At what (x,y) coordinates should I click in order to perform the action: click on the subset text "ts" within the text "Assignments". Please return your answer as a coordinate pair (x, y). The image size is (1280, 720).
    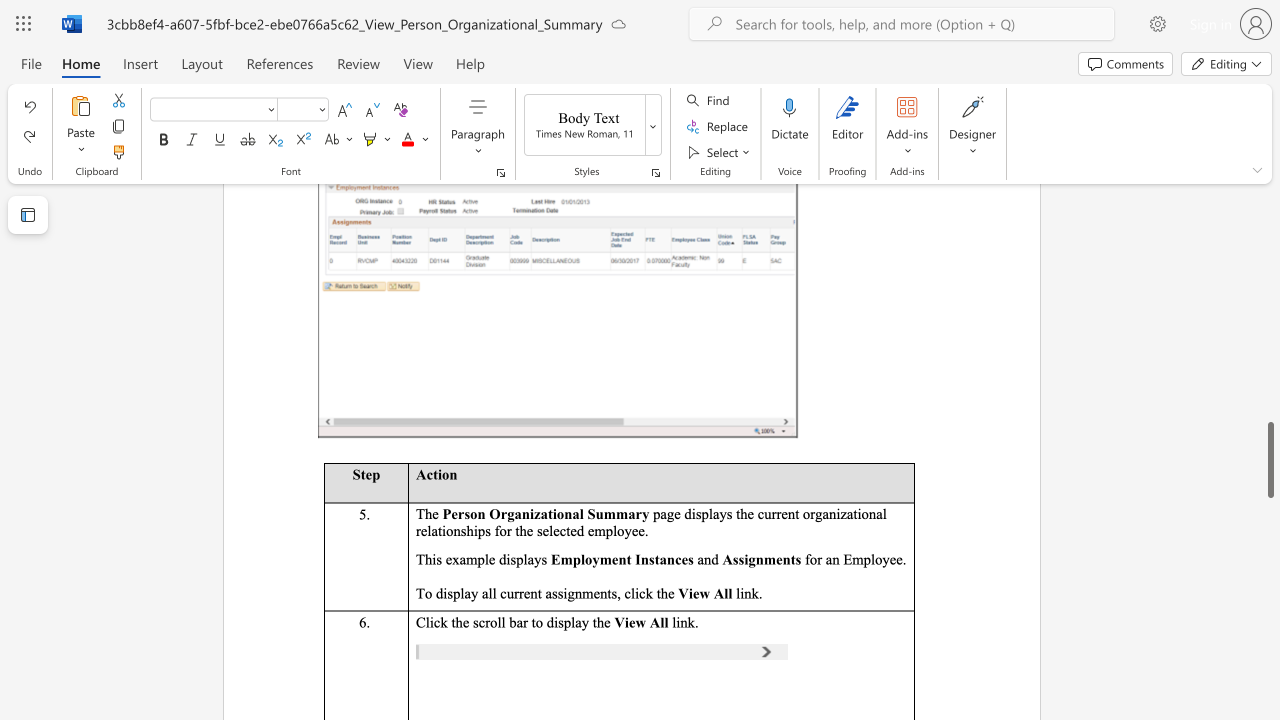
    Looking at the image, I should click on (789, 559).